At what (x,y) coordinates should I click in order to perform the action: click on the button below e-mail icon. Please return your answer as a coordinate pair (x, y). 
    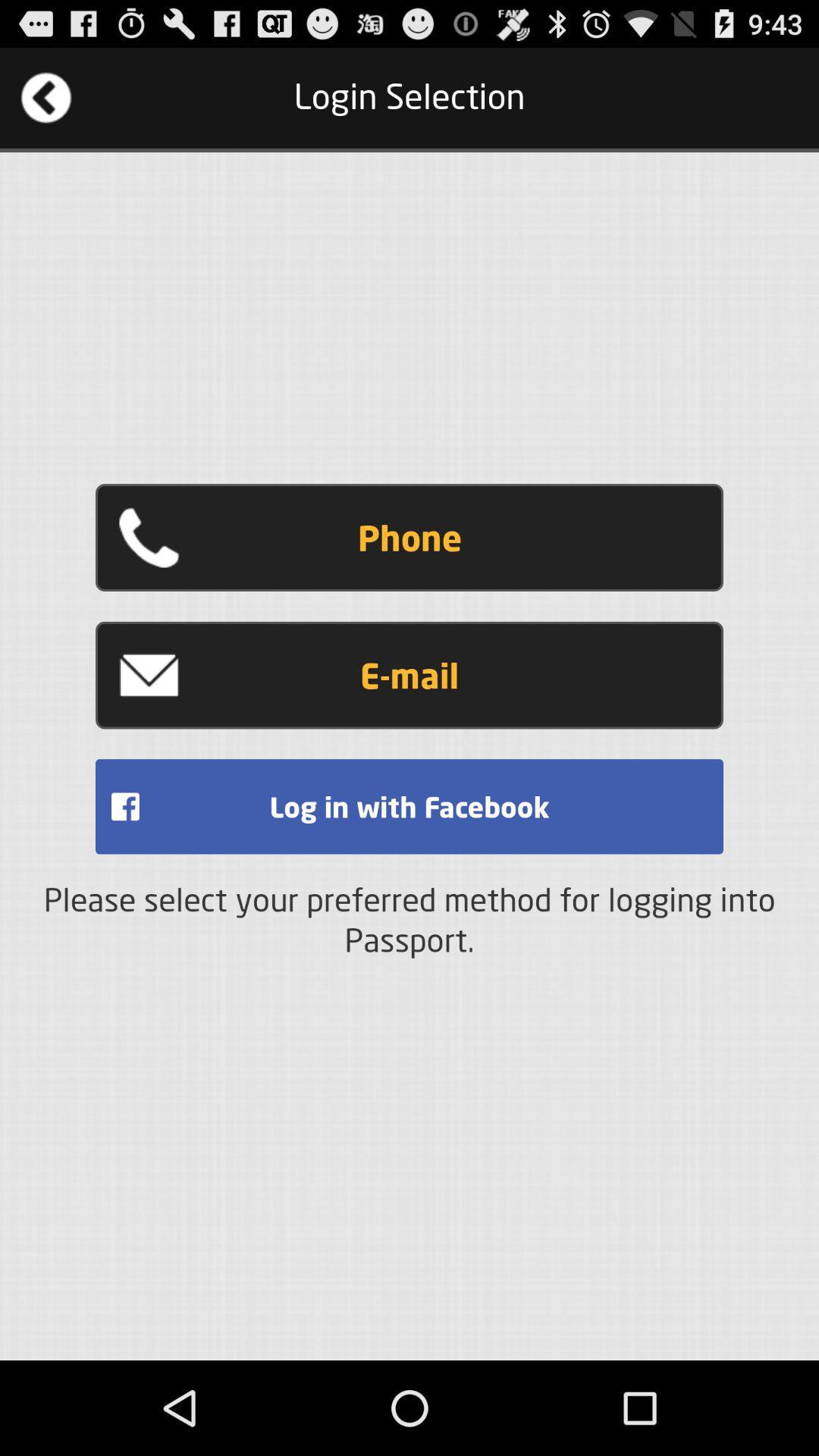
    Looking at the image, I should click on (409, 805).